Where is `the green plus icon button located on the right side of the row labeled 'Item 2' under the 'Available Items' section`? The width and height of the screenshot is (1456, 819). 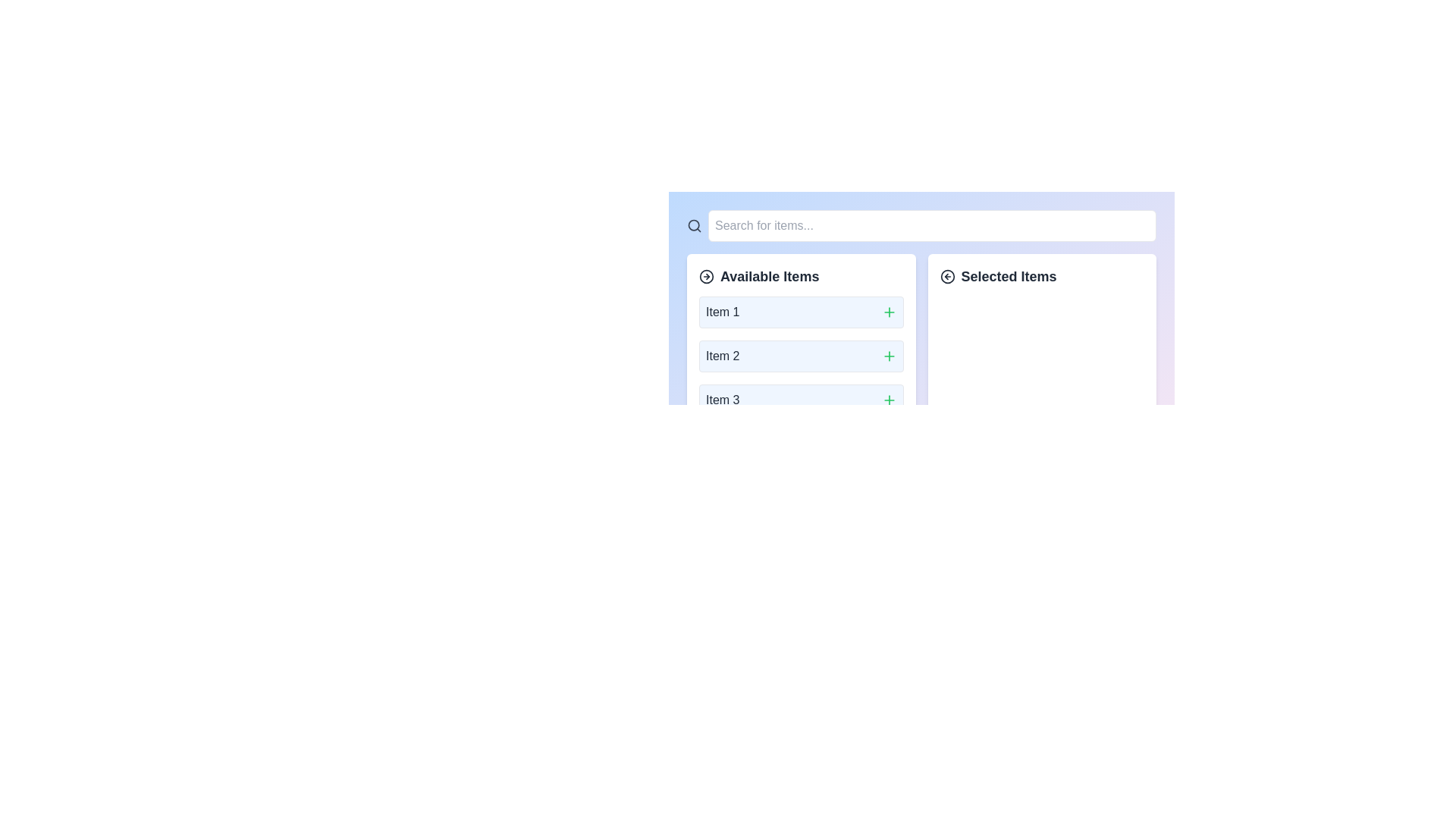 the green plus icon button located on the right side of the row labeled 'Item 2' under the 'Available Items' section is located at coordinates (889, 356).